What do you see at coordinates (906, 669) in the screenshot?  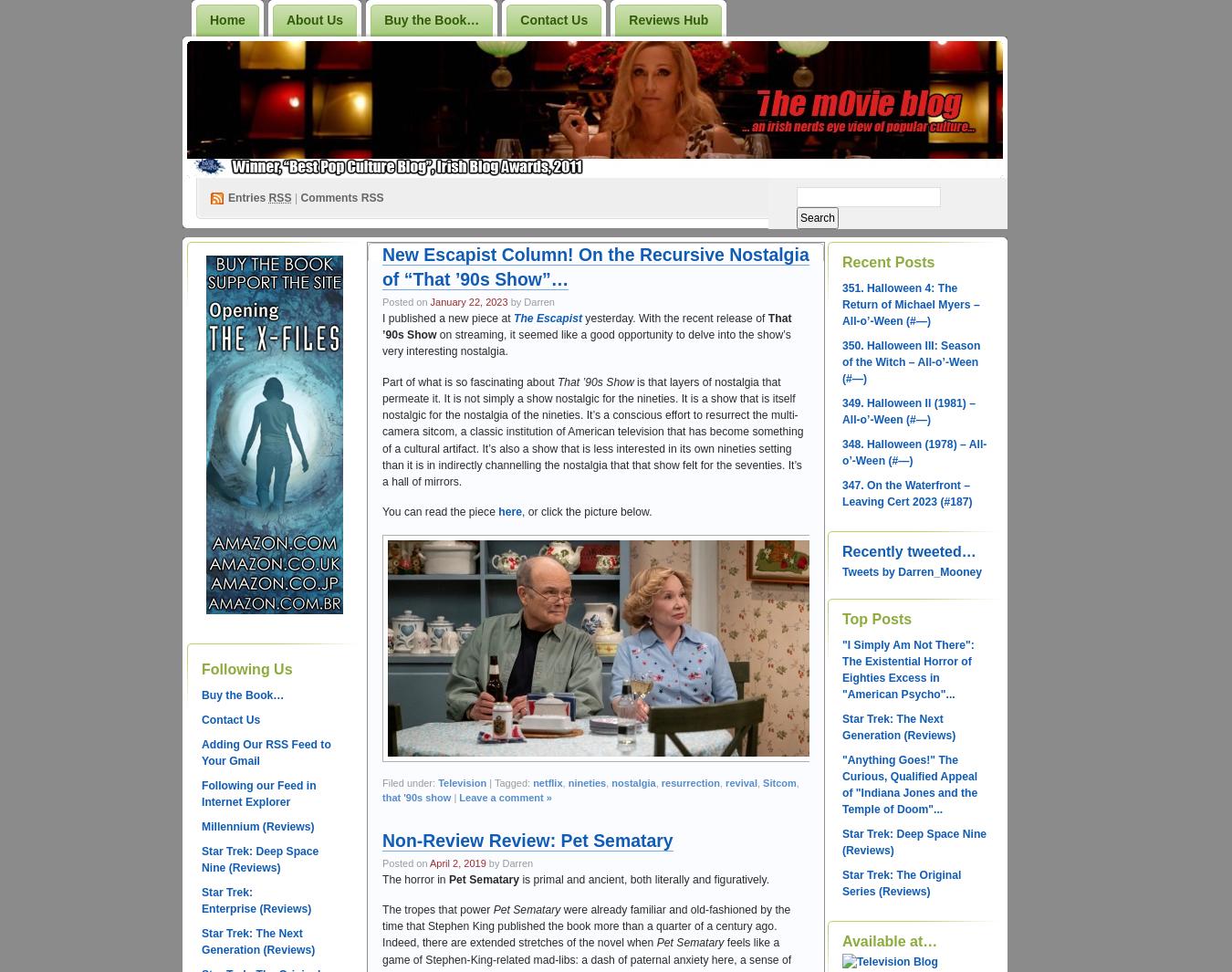 I see `'"I Simply Am Not There": The Existential Horror of Eighties Excess in "American Psycho"...'` at bounding box center [906, 669].